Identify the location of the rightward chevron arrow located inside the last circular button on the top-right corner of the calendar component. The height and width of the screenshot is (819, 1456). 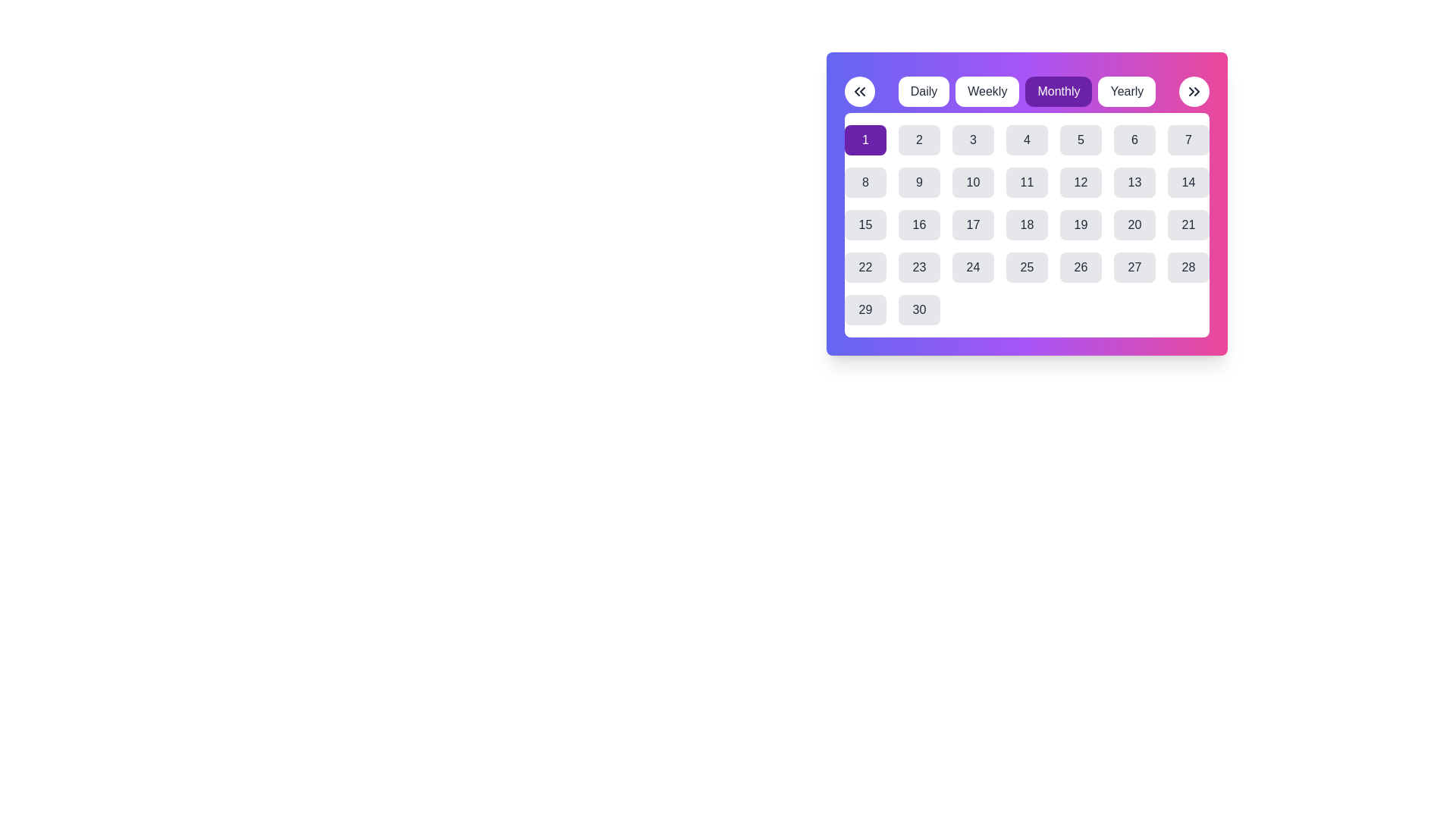
(1196, 91).